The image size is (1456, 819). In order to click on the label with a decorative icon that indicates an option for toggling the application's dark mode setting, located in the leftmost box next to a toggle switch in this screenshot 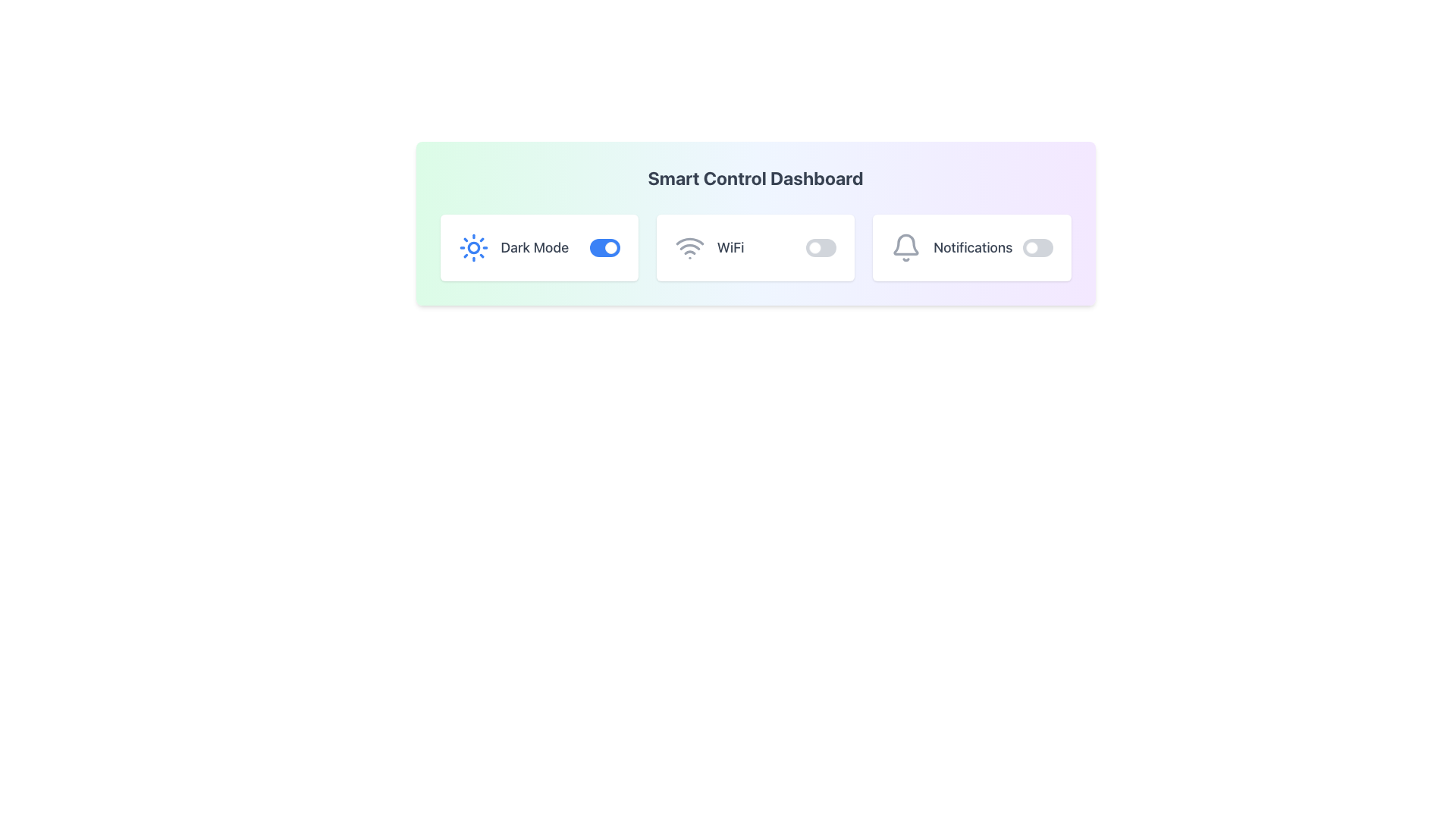, I will do `click(513, 247)`.